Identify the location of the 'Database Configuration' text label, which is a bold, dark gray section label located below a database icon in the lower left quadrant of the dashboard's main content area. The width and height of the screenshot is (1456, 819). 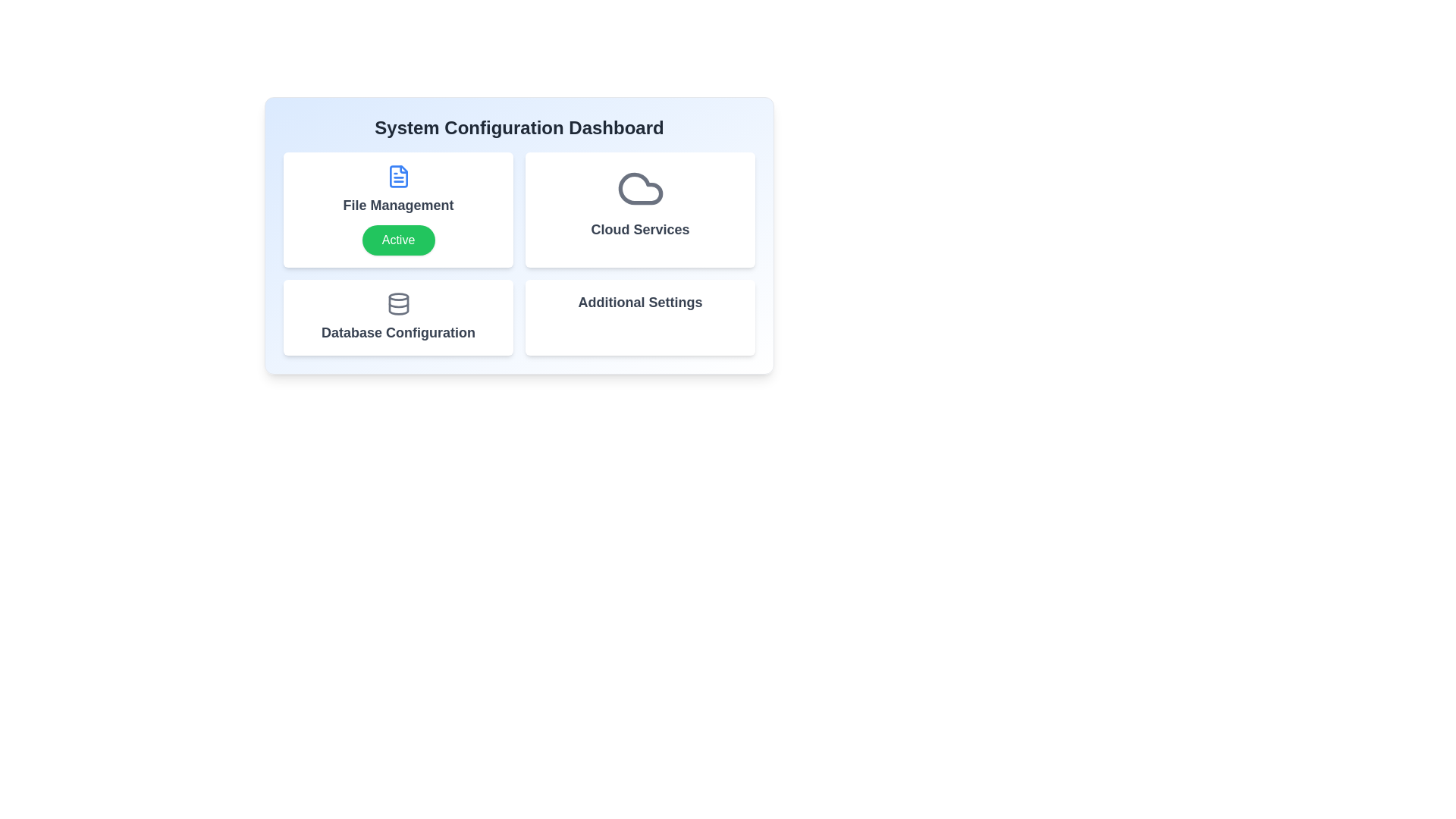
(398, 332).